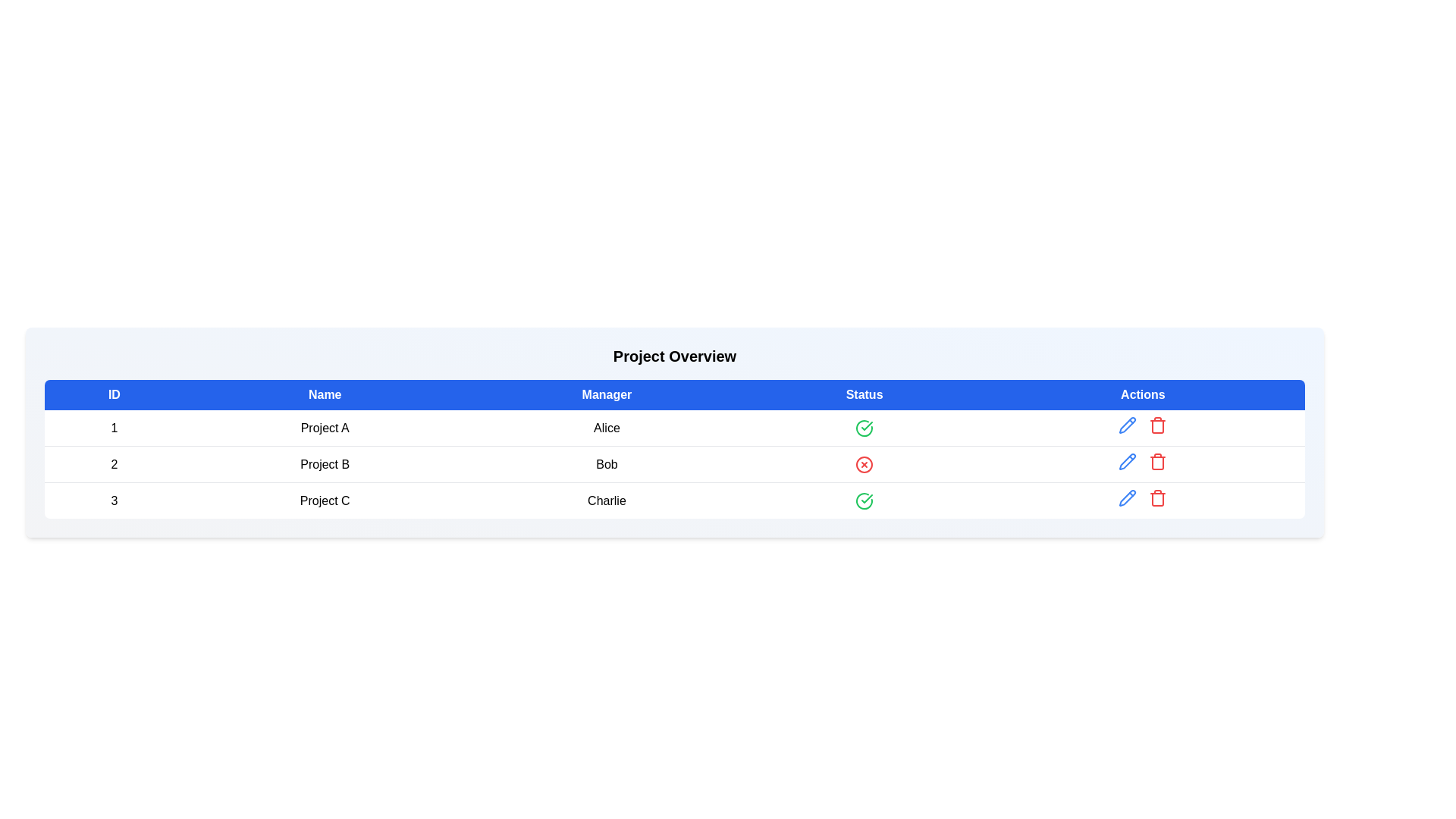 This screenshot has height=819, width=1456. What do you see at coordinates (607, 394) in the screenshot?
I see `the blue rectangular header cell labeled 'Manager' that is centered in the third column of the header row` at bounding box center [607, 394].